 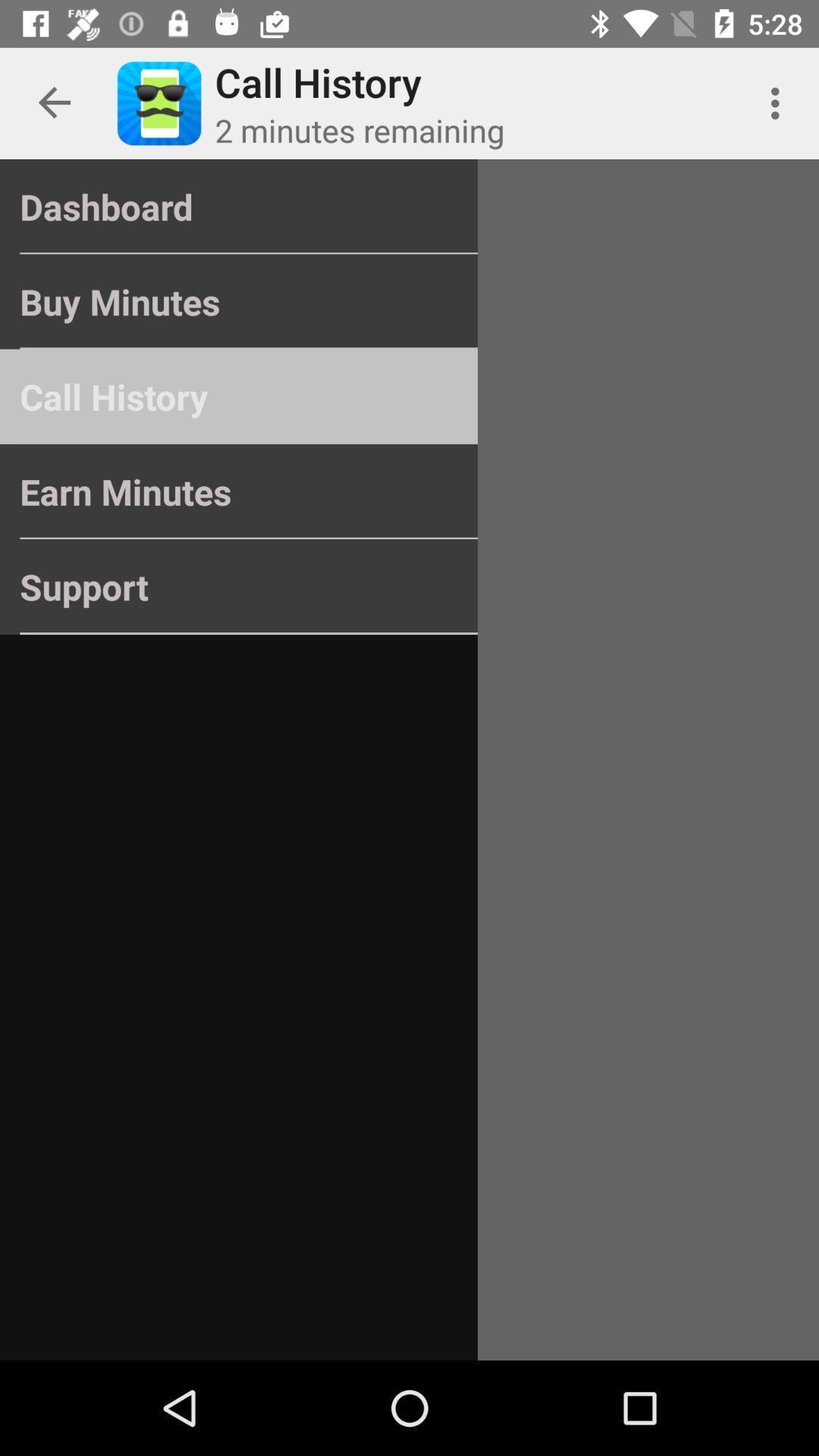 What do you see at coordinates (779, 102) in the screenshot?
I see `icon next to the 2 minutes remaining icon` at bounding box center [779, 102].